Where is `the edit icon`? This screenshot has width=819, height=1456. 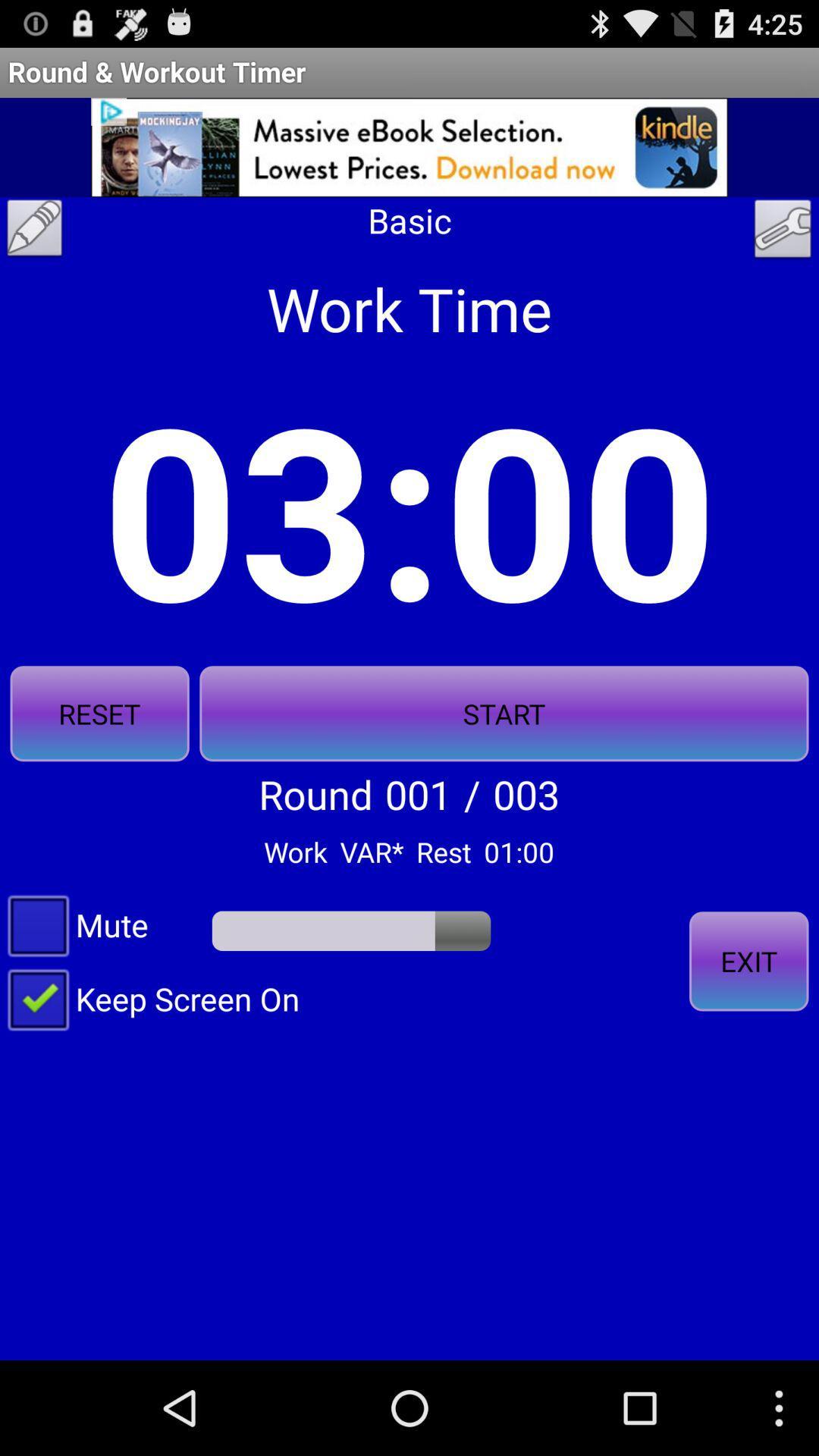 the edit icon is located at coordinates (34, 248).